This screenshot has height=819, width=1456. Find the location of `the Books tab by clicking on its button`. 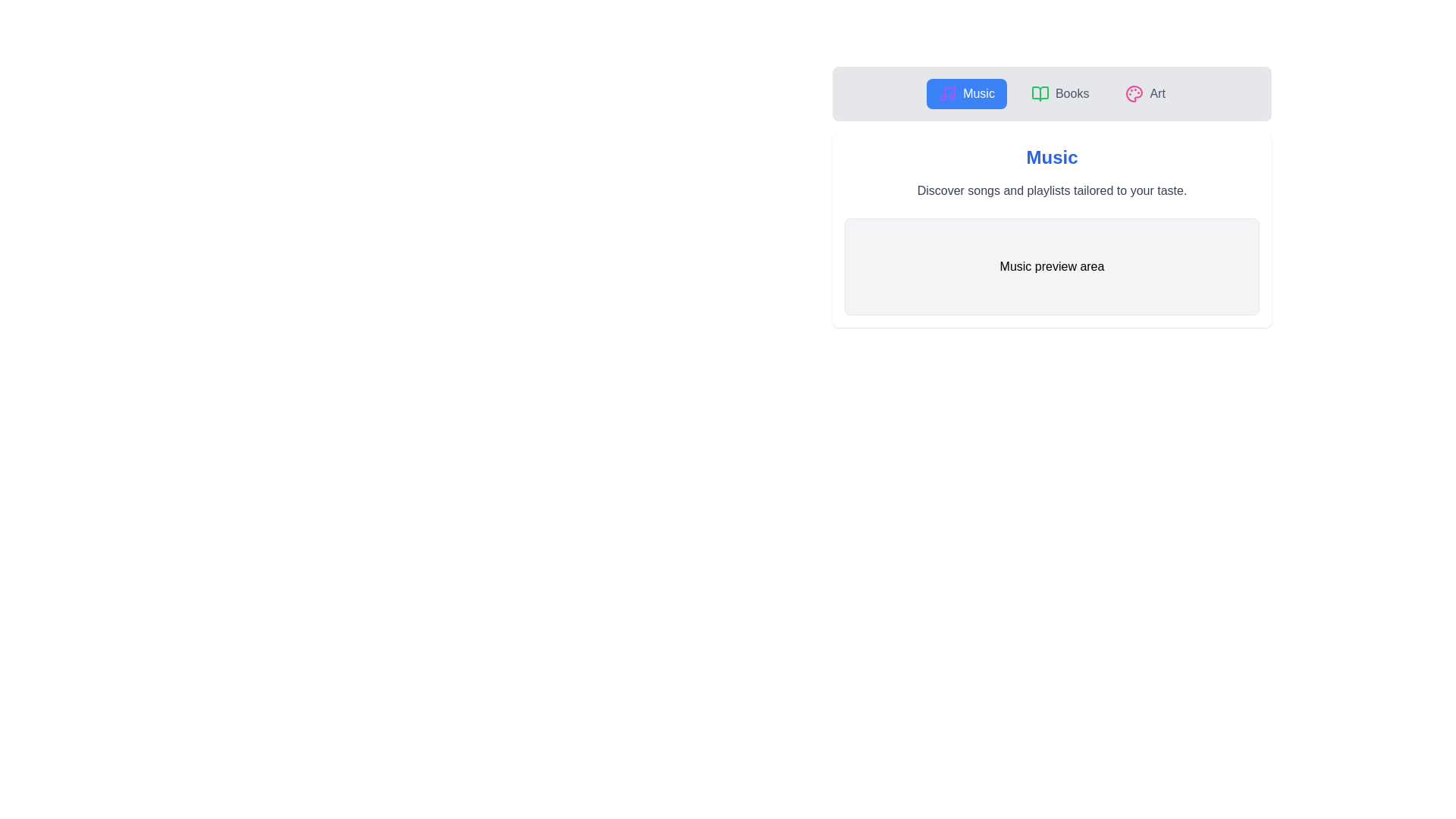

the Books tab by clicking on its button is located at coordinates (1059, 93).